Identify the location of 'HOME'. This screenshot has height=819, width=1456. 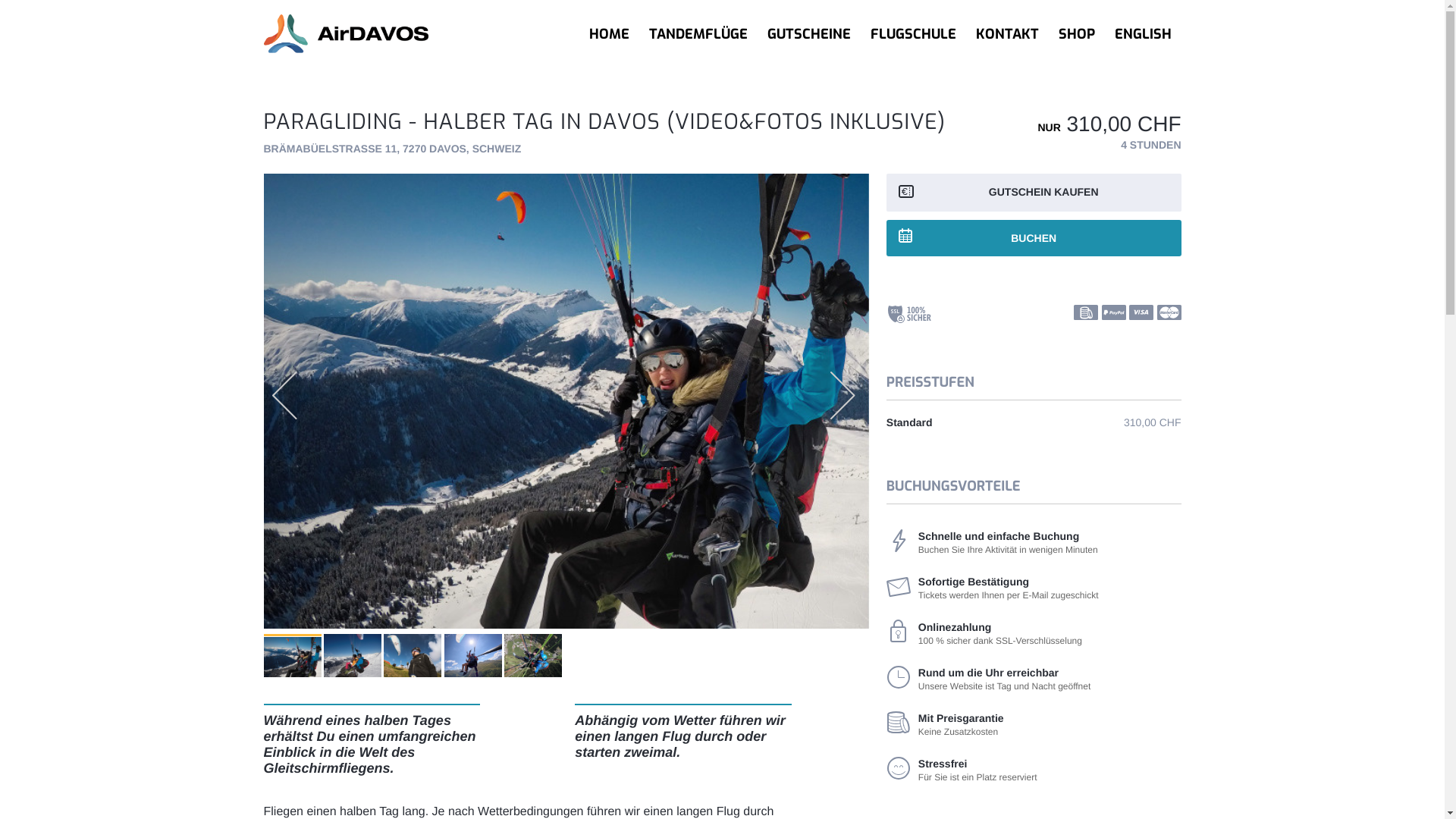
(578, 34).